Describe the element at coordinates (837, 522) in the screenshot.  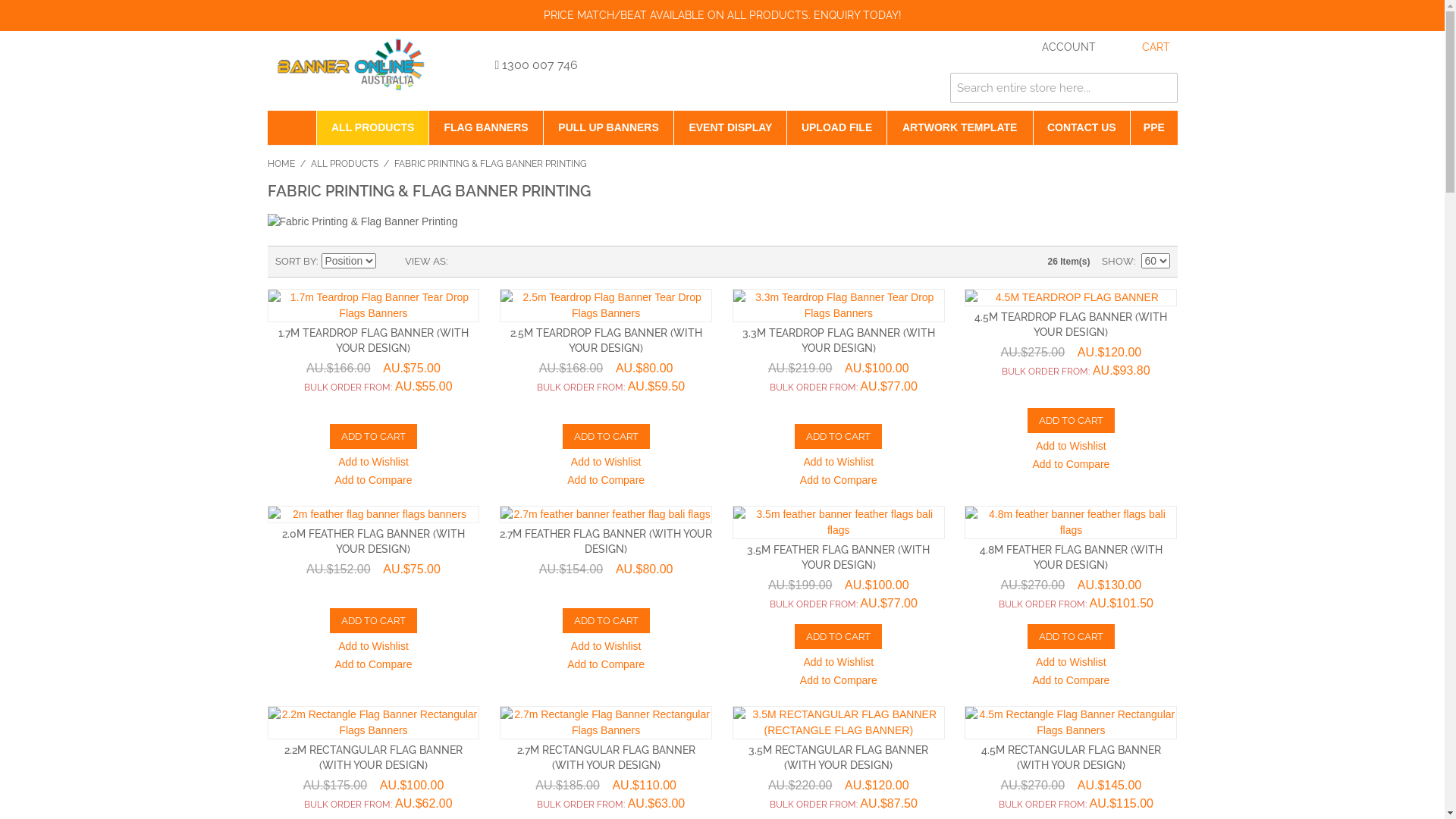
I see `'3.5m feather banner feather flags bali flags'` at that location.